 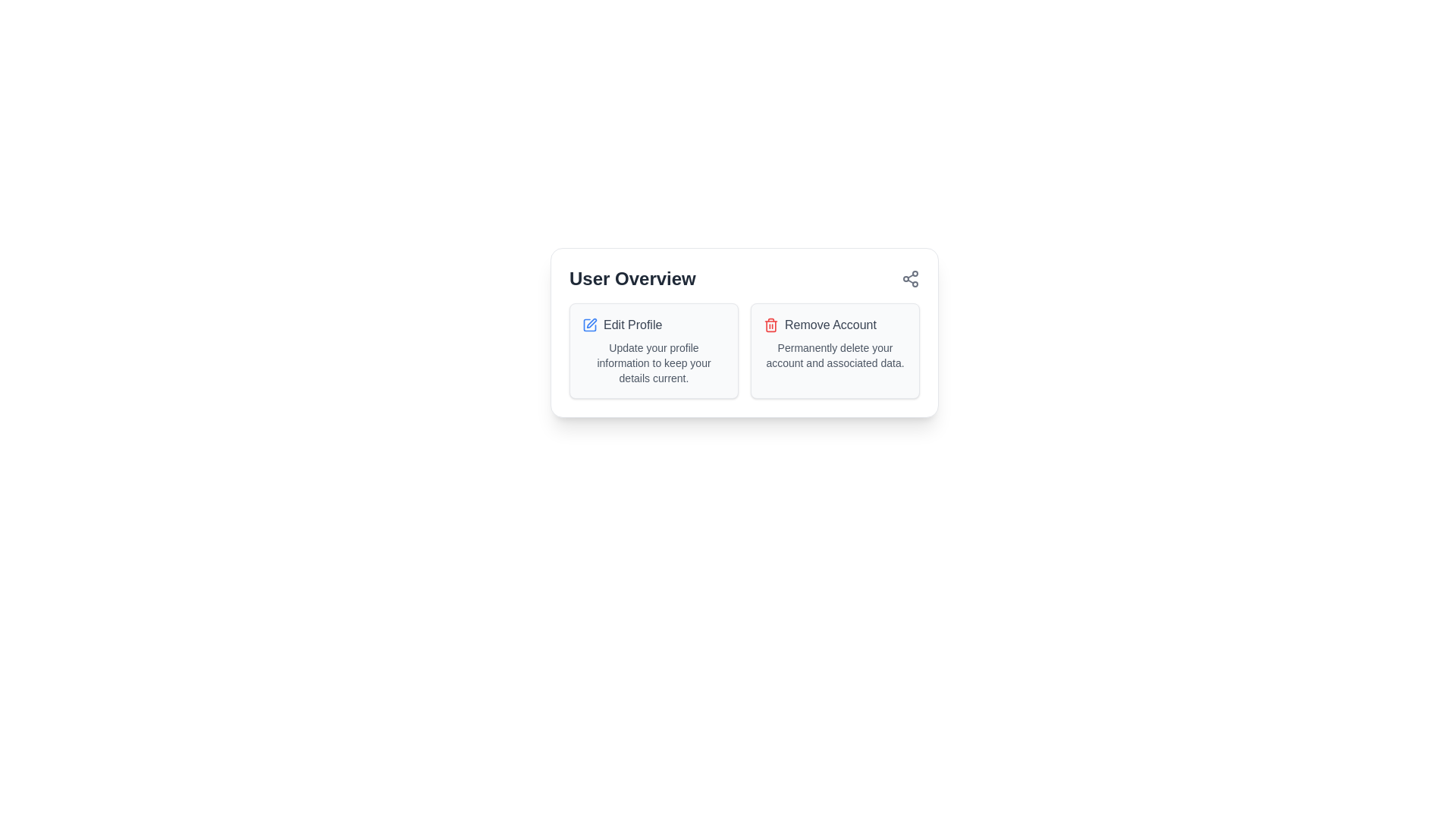 What do you see at coordinates (588, 324) in the screenshot?
I see `the outlined square icon that represents a graphical shape in the UI, which is part of a larger icon set and positioned to the left of another icon and the 'Edit Profile' button` at bounding box center [588, 324].